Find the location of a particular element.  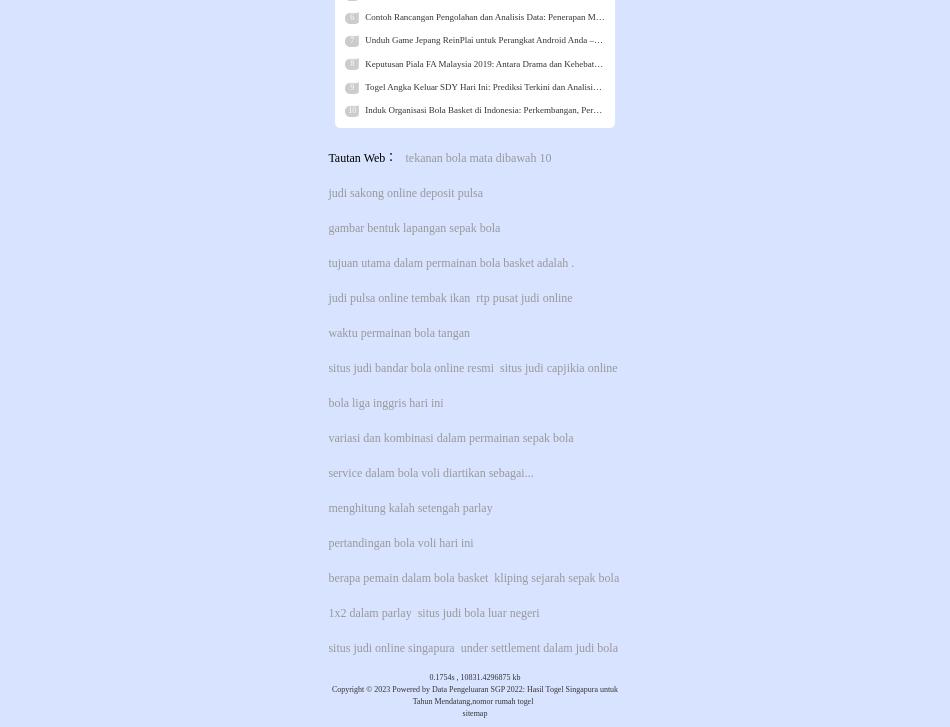

'7' is located at coordinates (350, 40).